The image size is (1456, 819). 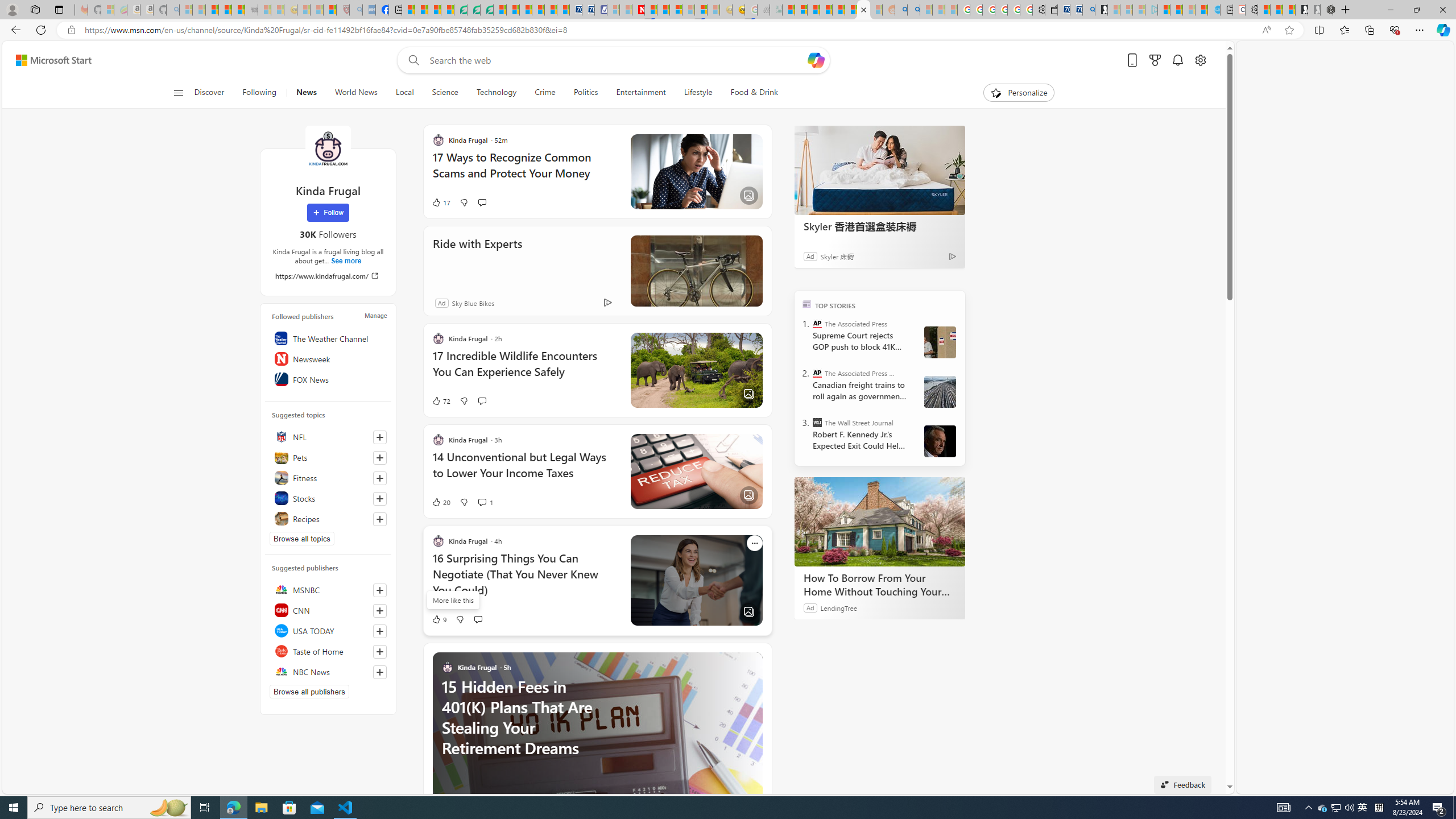 I want to click on 'World - MSN', so click(x=434, y=9).